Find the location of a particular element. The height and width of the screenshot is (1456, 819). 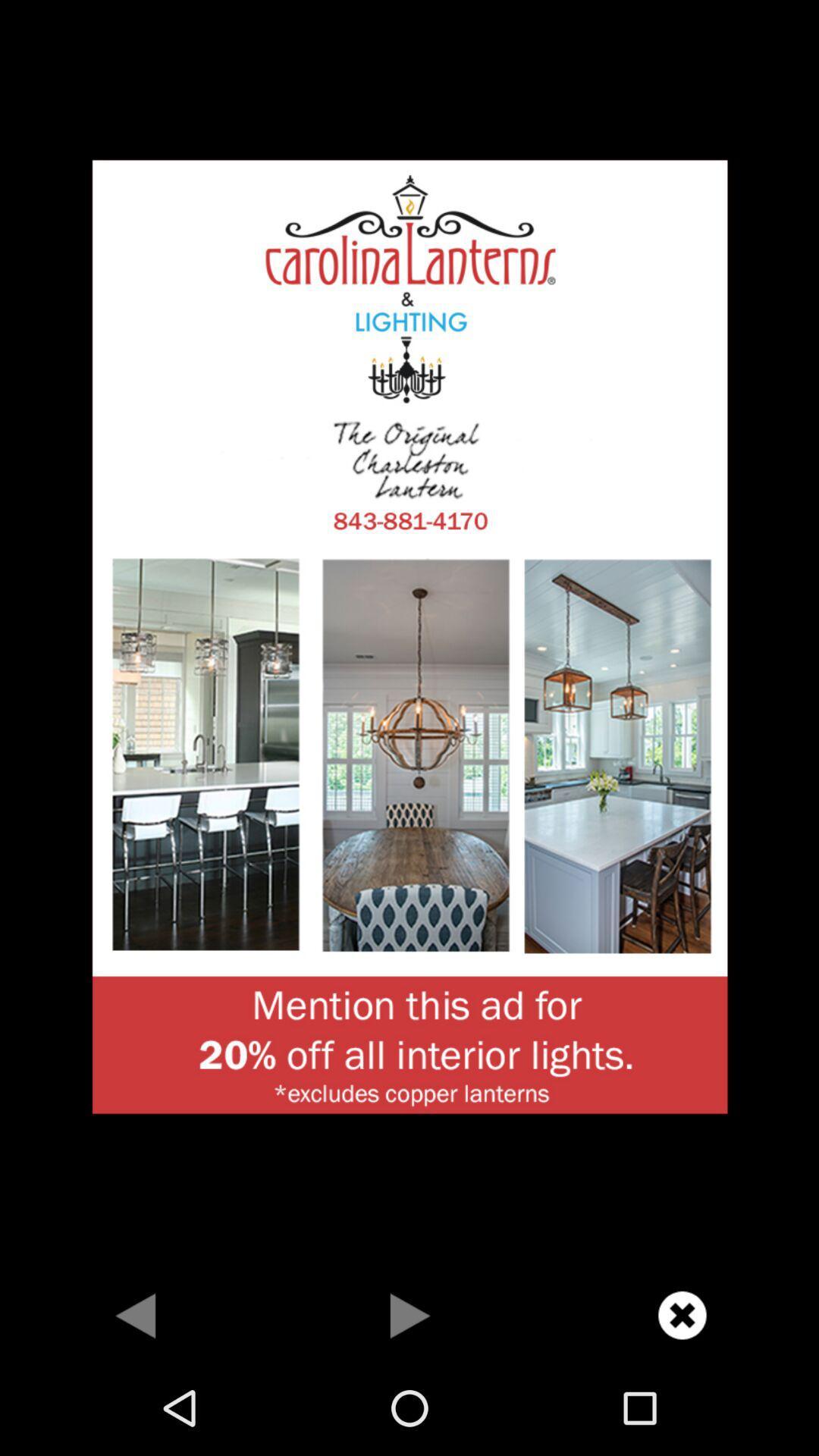

advertisement is located at coordinates (681, 1314).